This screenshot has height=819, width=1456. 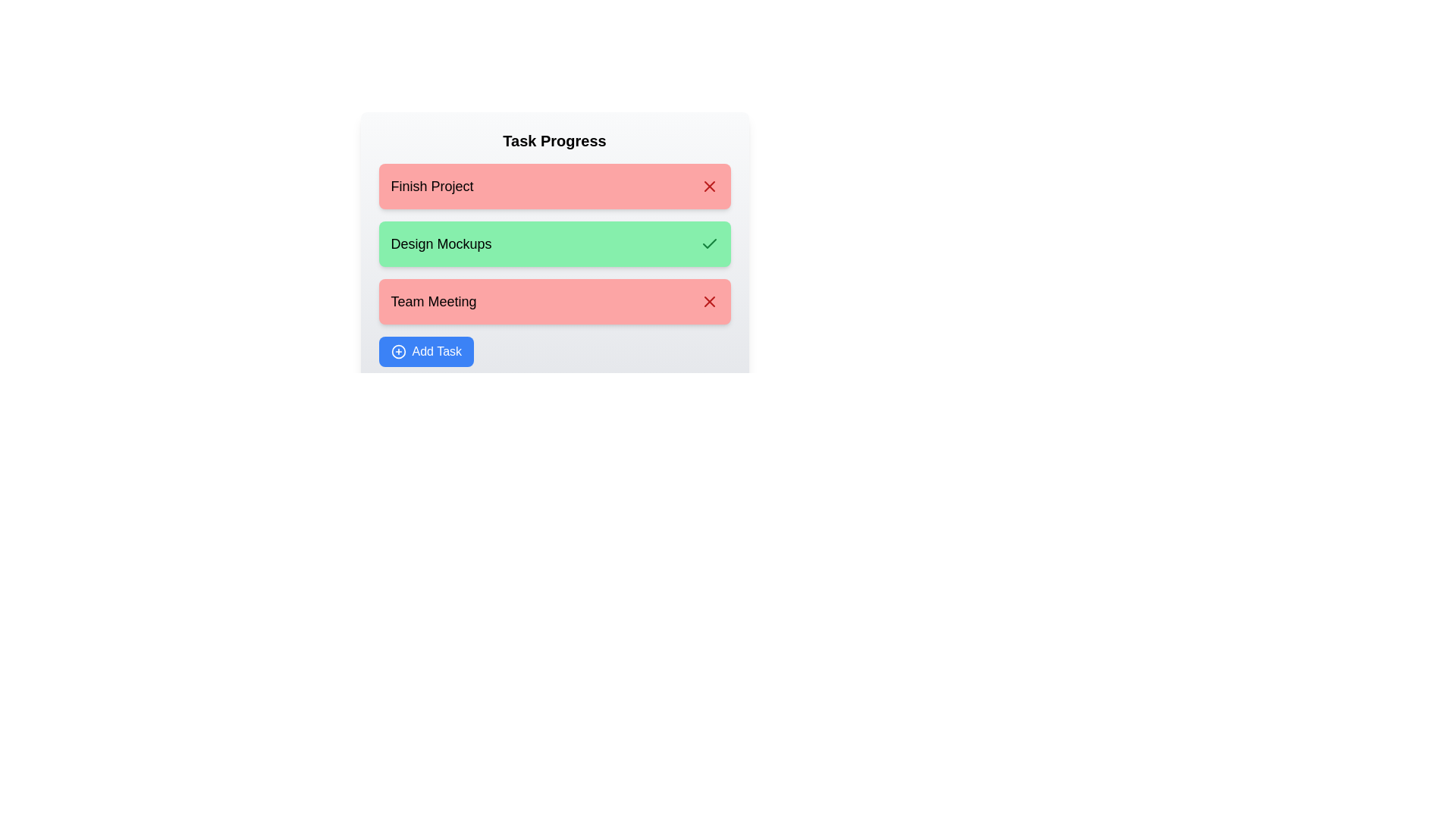 What do you see at coordinates (425, 351) in the screenshot?
I see `the 'Add Task' button to add a new task` at bounding box center [425, 351].